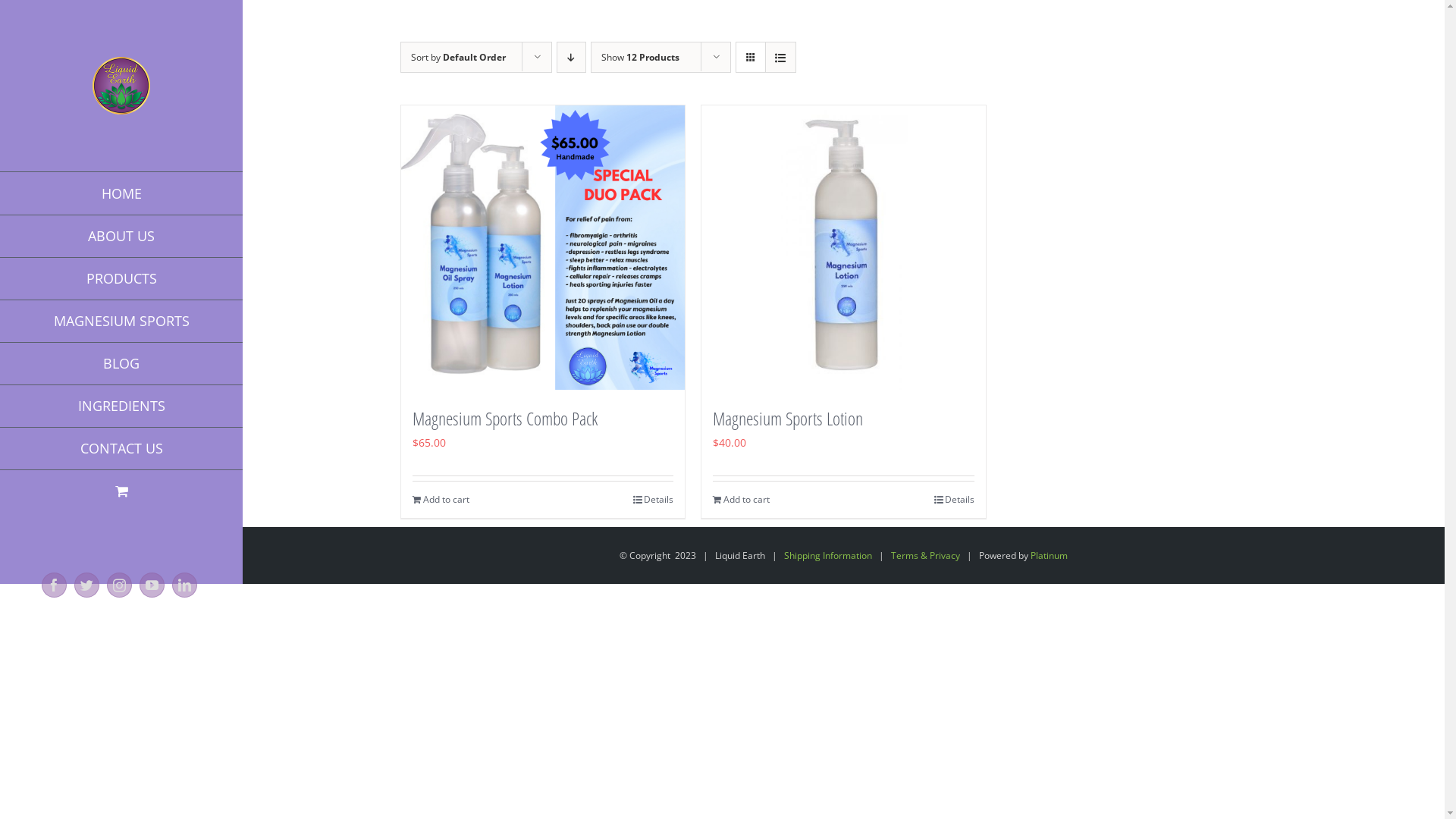 This screenshot has width=1456, height=819. What do you see at coordinates (54, 584) in the screenshot?
I see `'Facebook'` at bounding box center [54, 584].